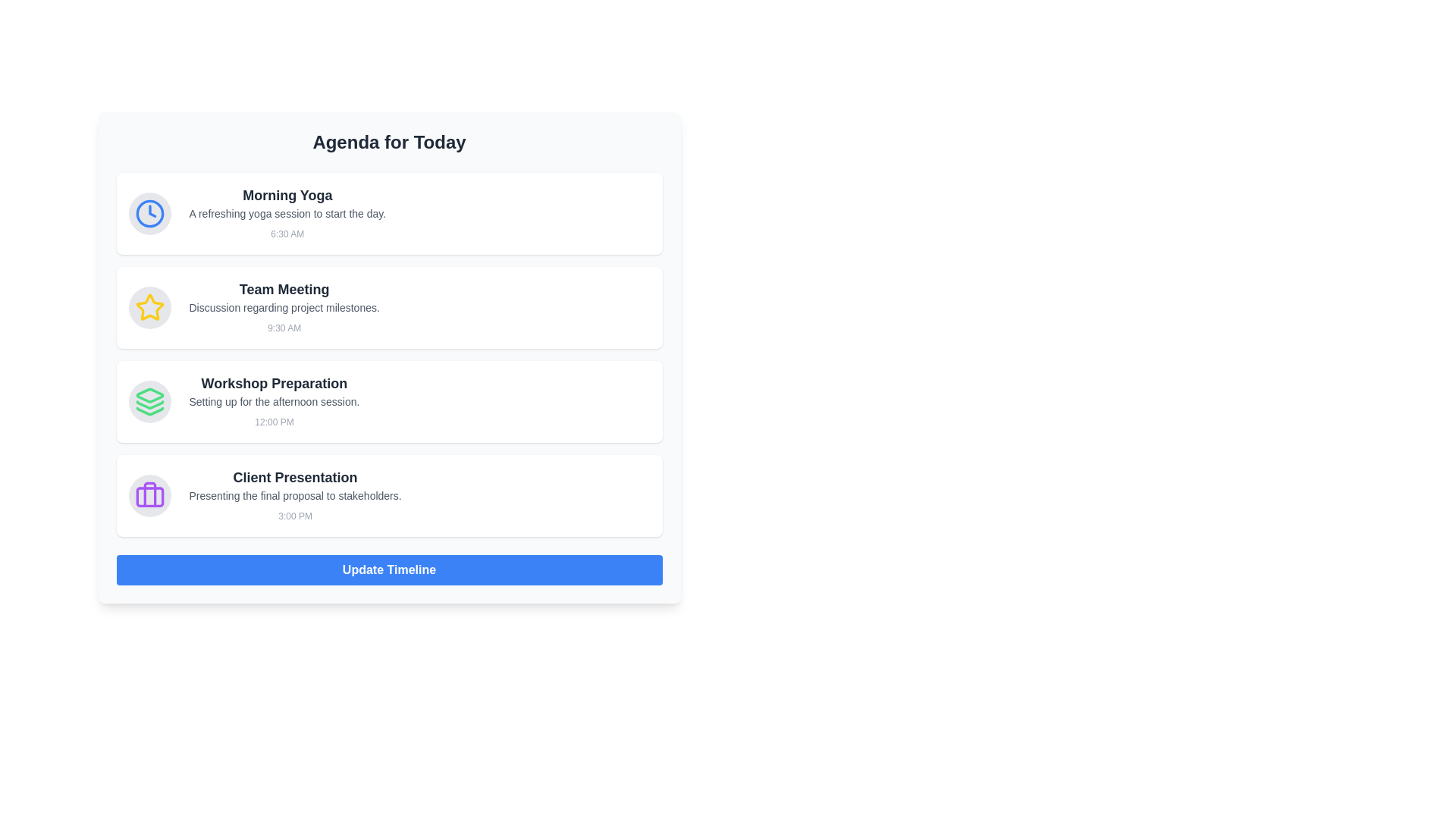 The width and height of the screenshot is (1456, 819). What do you see at coordinates (149, 496) in the screenshot?
I see `the 'Client Presentation' icon located in the fourth list item of the agenda by moving the cursor to its center point` at bounding box center [149, 496].